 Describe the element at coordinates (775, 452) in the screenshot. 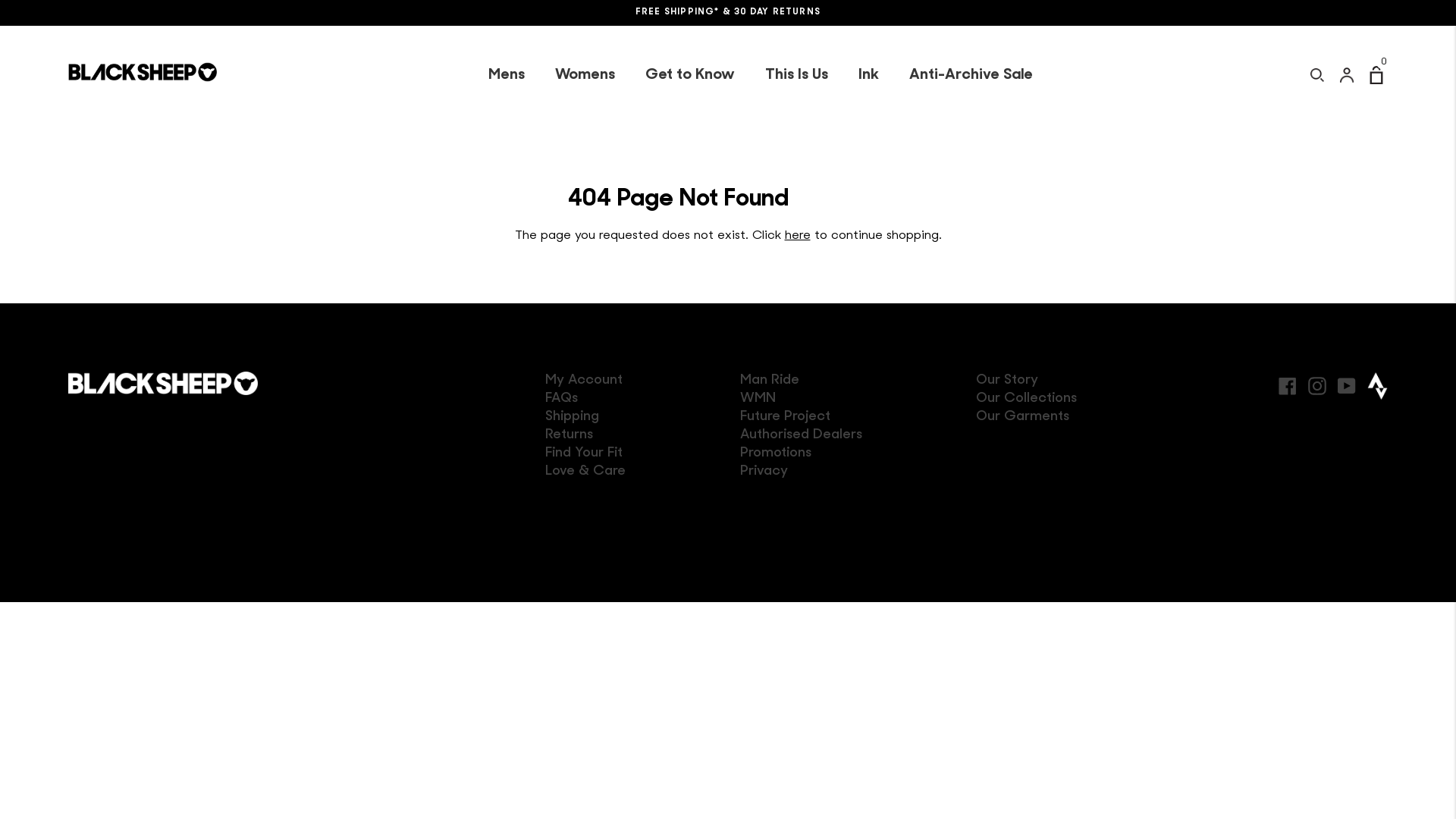

I see `'Promotions'` at that location.